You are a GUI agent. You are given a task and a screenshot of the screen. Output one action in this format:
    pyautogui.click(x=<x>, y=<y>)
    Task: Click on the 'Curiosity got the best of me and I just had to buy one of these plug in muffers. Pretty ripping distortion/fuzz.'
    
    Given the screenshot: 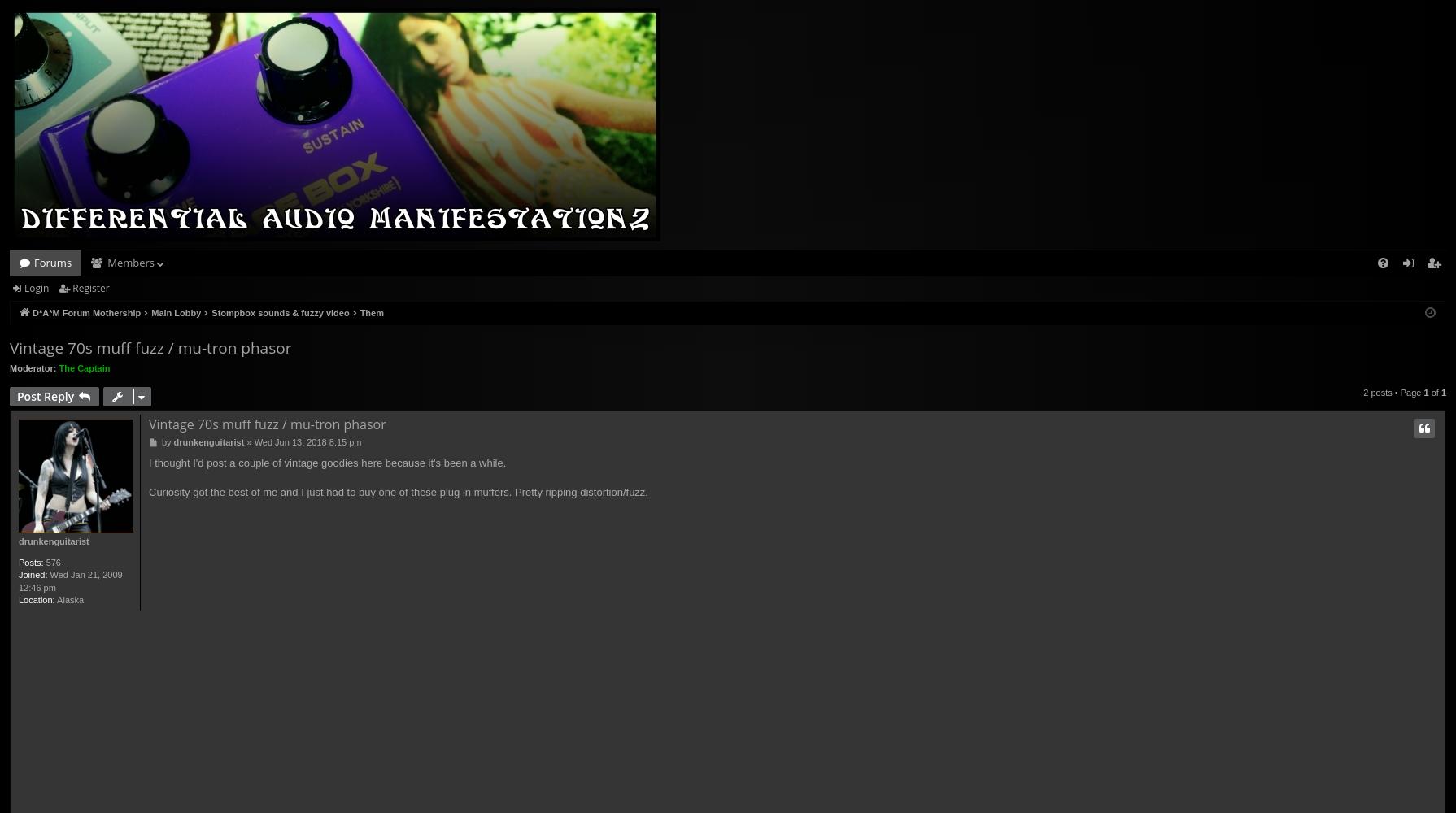 What is the action you would take?
    pyautogui.click(x=397, y=491)
    